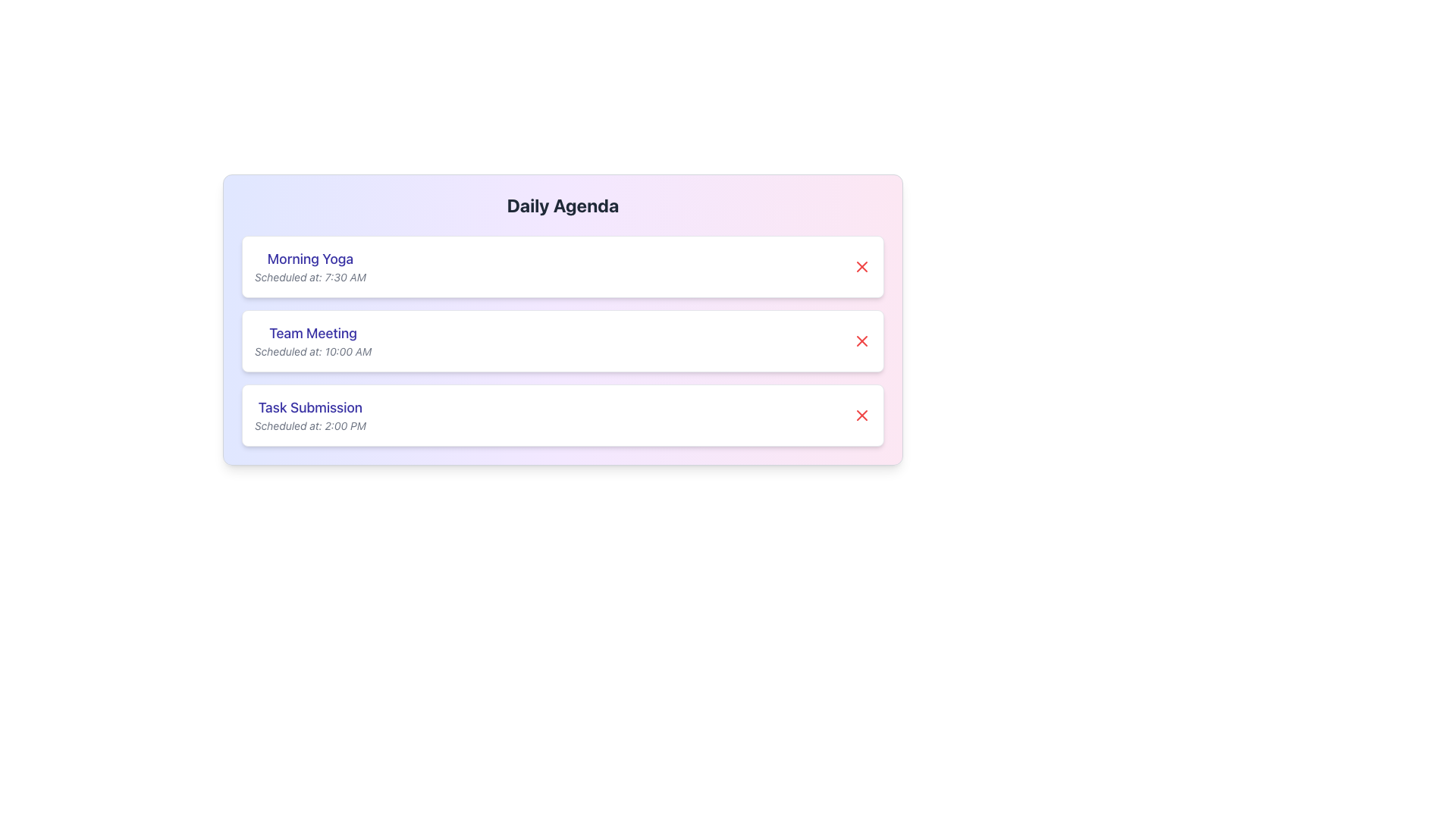 This screenshot has height=819, width=1456. I want to click on the Content Panel displaying the daily agenda, so click(562, 318).